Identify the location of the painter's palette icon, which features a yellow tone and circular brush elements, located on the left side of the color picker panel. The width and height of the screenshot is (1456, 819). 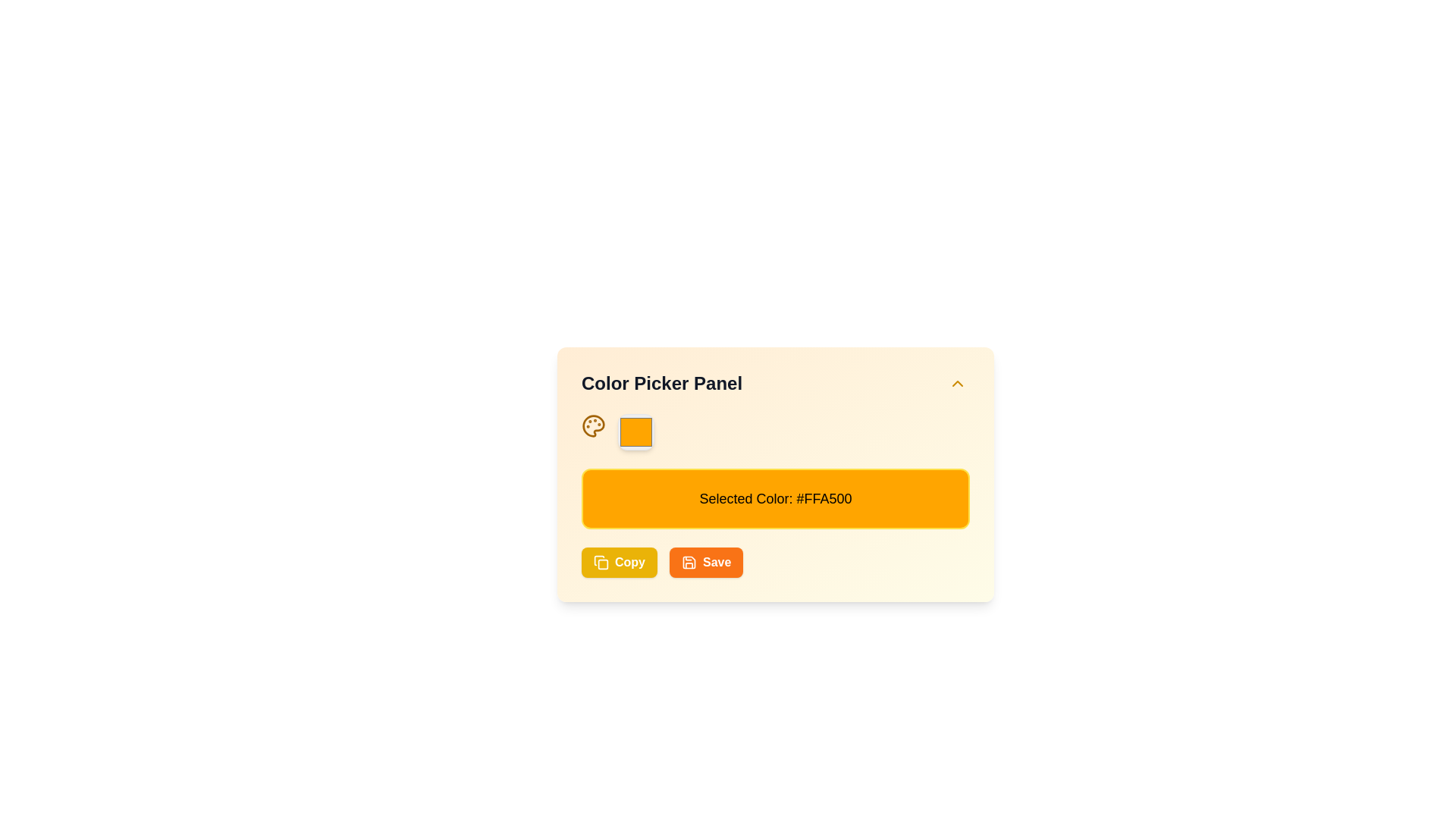
(592, 426).